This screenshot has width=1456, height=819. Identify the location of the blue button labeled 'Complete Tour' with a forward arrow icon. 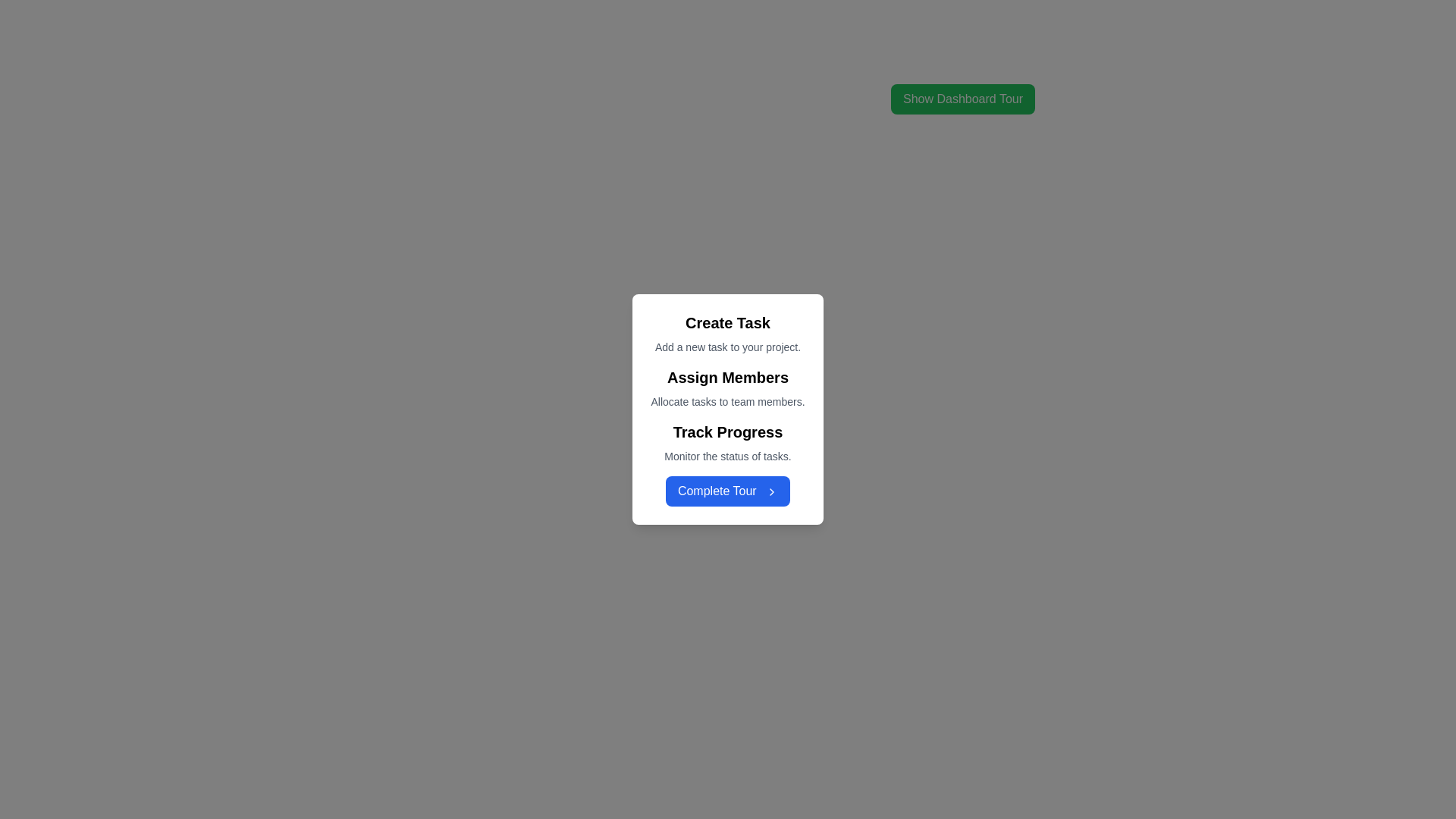
(728, 491).